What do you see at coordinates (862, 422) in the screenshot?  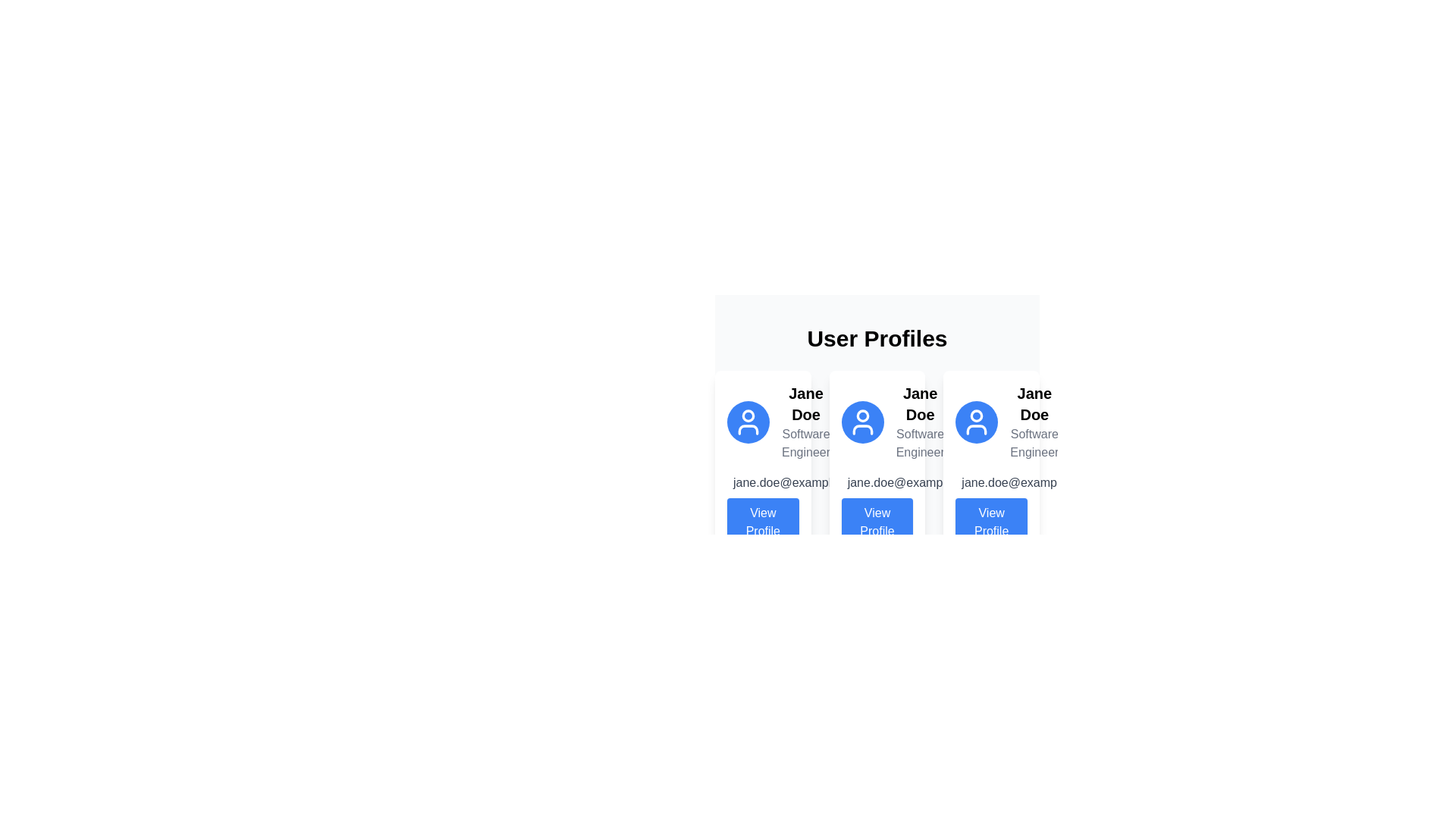 I see `the circular user profile avatar icon with a blue background and white outline, centrally positioned above the title 'Jane Doe' and subtitle 'Software Engineer' in its card layout` at bounding box center [862, 422].